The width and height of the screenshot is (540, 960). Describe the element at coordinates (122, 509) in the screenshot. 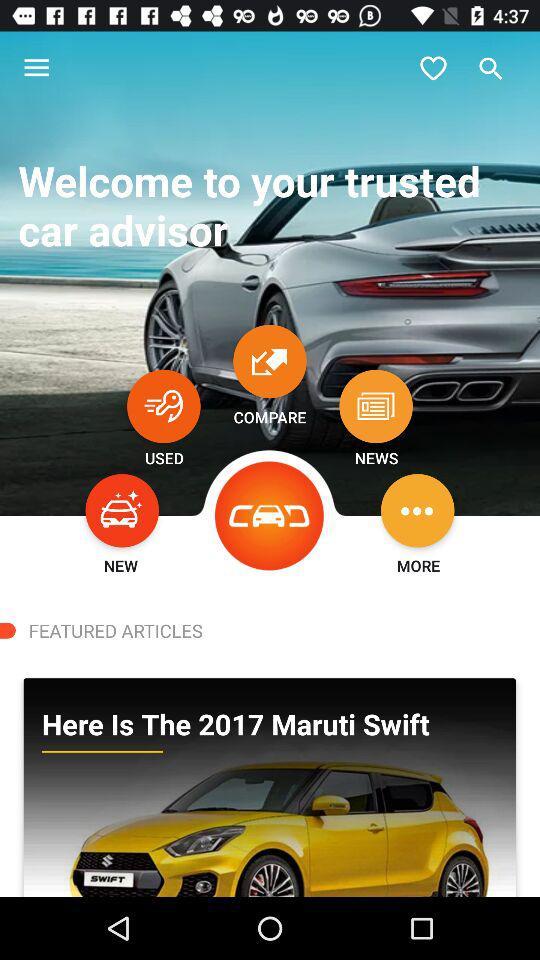

I see `icon below the used item` at that location.